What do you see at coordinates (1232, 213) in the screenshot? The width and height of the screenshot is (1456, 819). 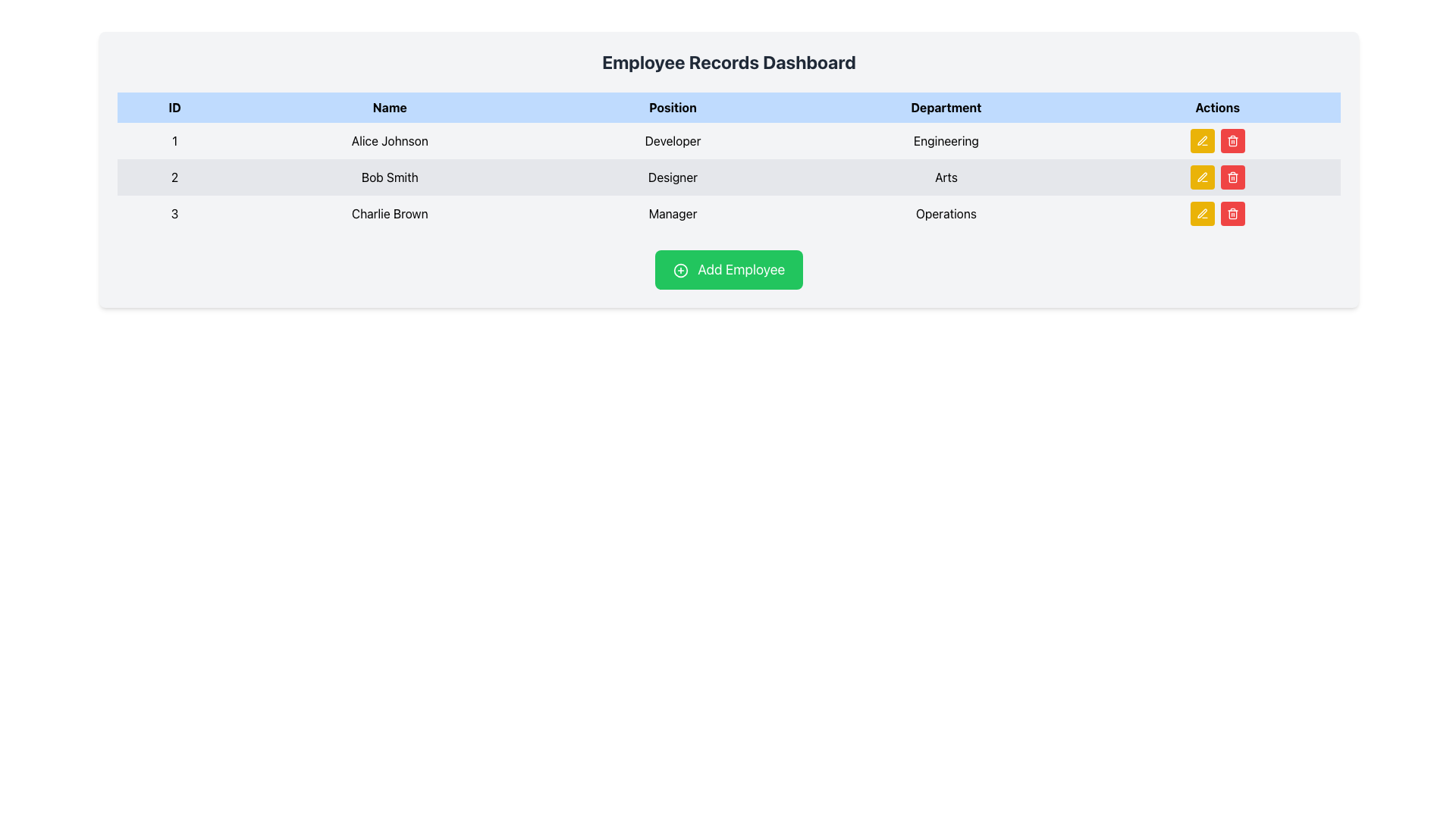 I see `the red button with a trash bin icon located in the 'Actions' column of the third row for employee 'Charlie Brown'` at bounding box center [1232, 213].